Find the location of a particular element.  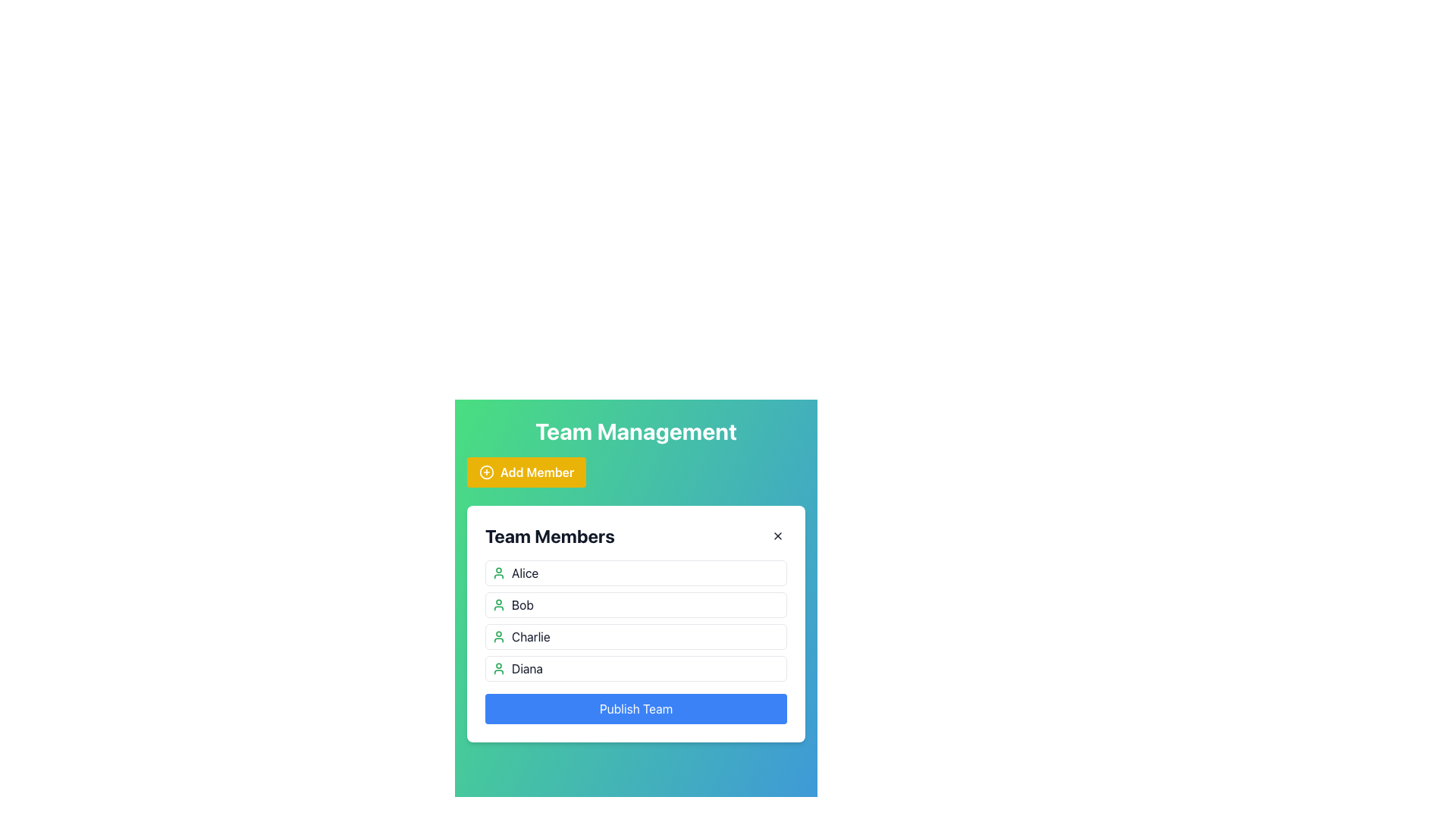

the Icon to the left of the 'Add Member' button, which serves as a visual indicator for adding members to the team is located at coordinates (487, 472).